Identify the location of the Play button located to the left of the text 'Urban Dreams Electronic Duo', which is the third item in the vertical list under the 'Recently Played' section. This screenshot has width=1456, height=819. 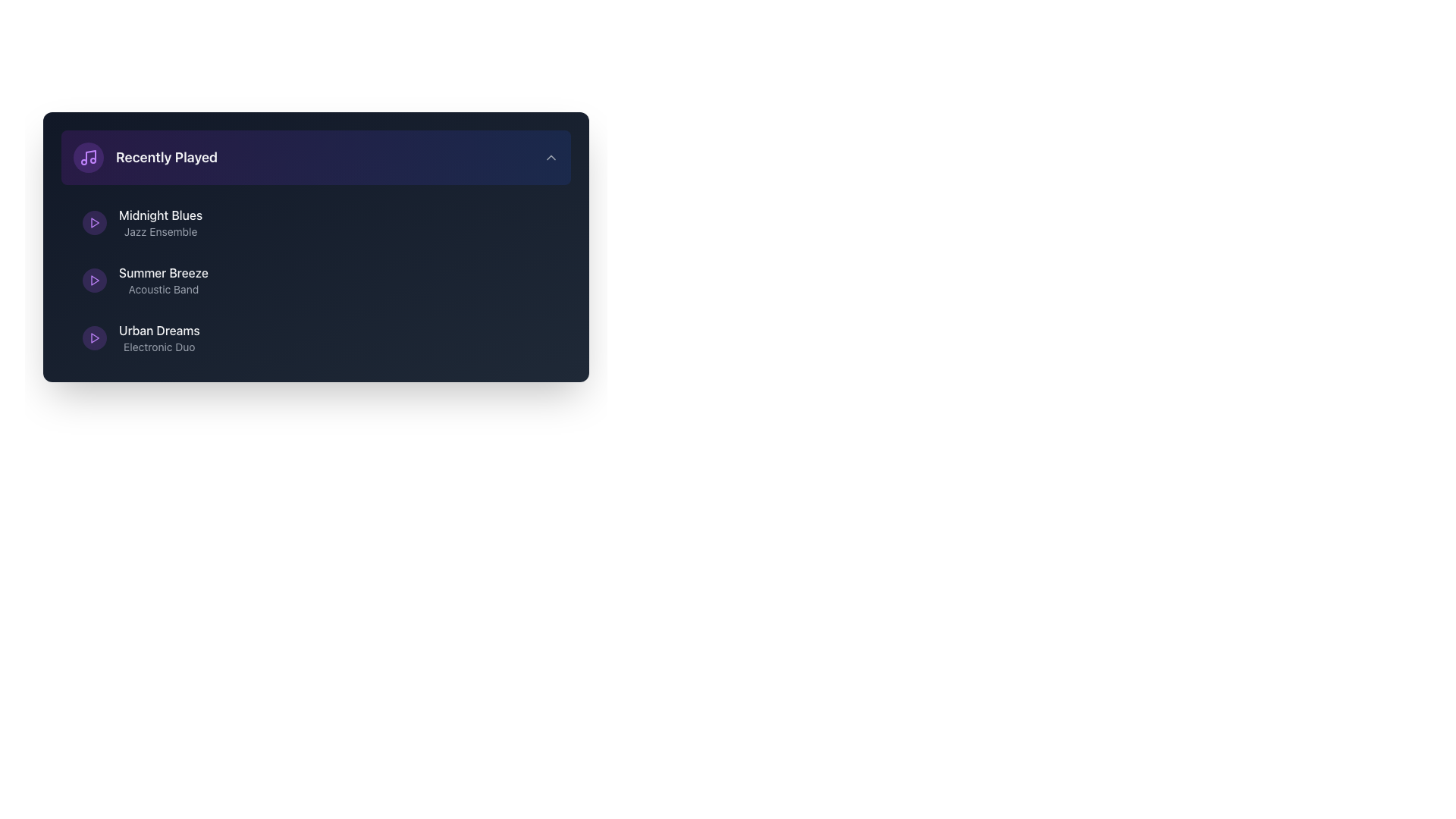
(93, 337).